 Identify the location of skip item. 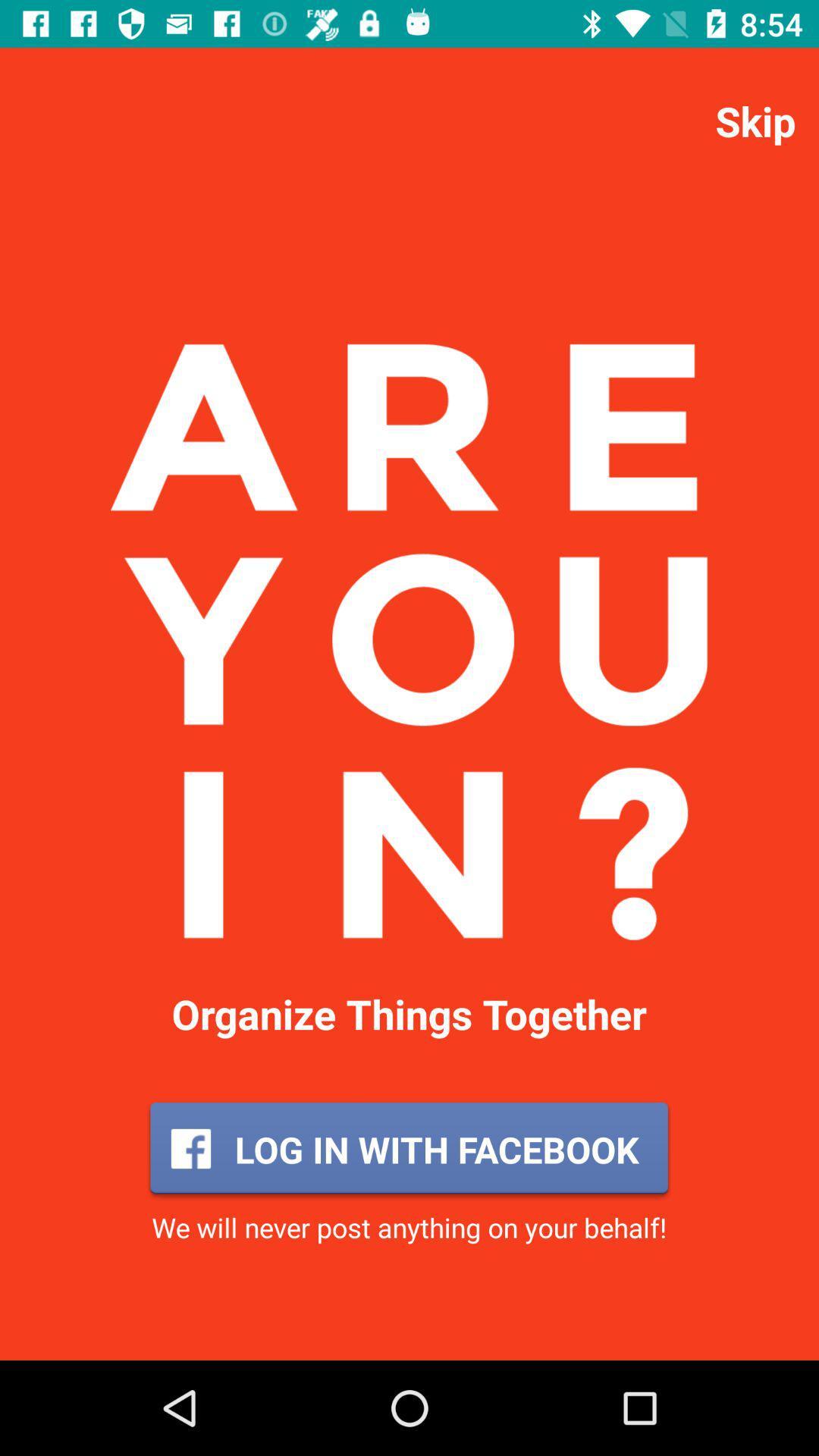
(755, 120).